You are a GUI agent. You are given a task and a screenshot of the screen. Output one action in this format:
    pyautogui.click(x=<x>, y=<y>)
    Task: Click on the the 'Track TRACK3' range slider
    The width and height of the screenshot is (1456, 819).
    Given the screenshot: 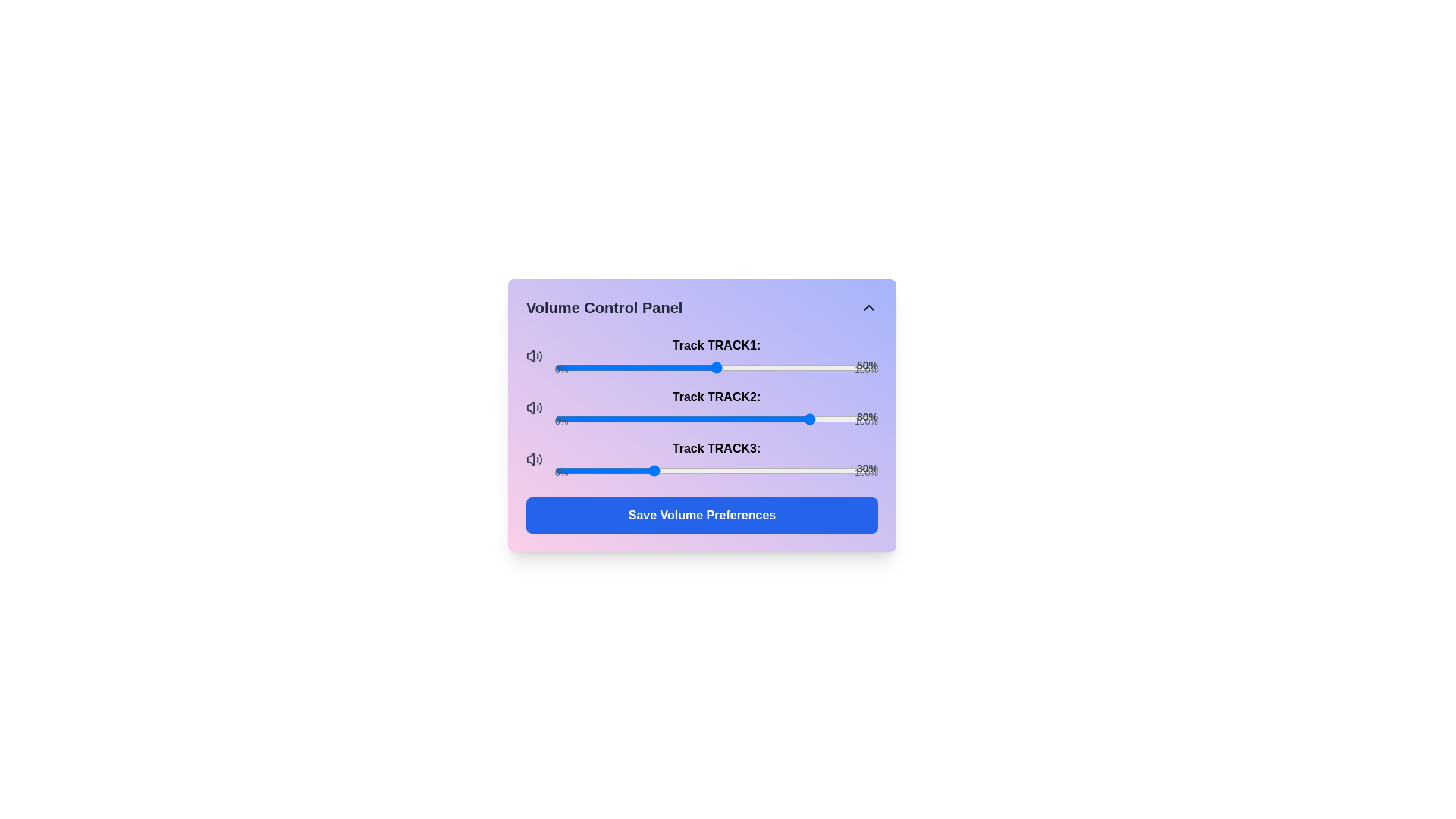 What is the action you would take?
    pyautogui.click(x=716, y=470)
    